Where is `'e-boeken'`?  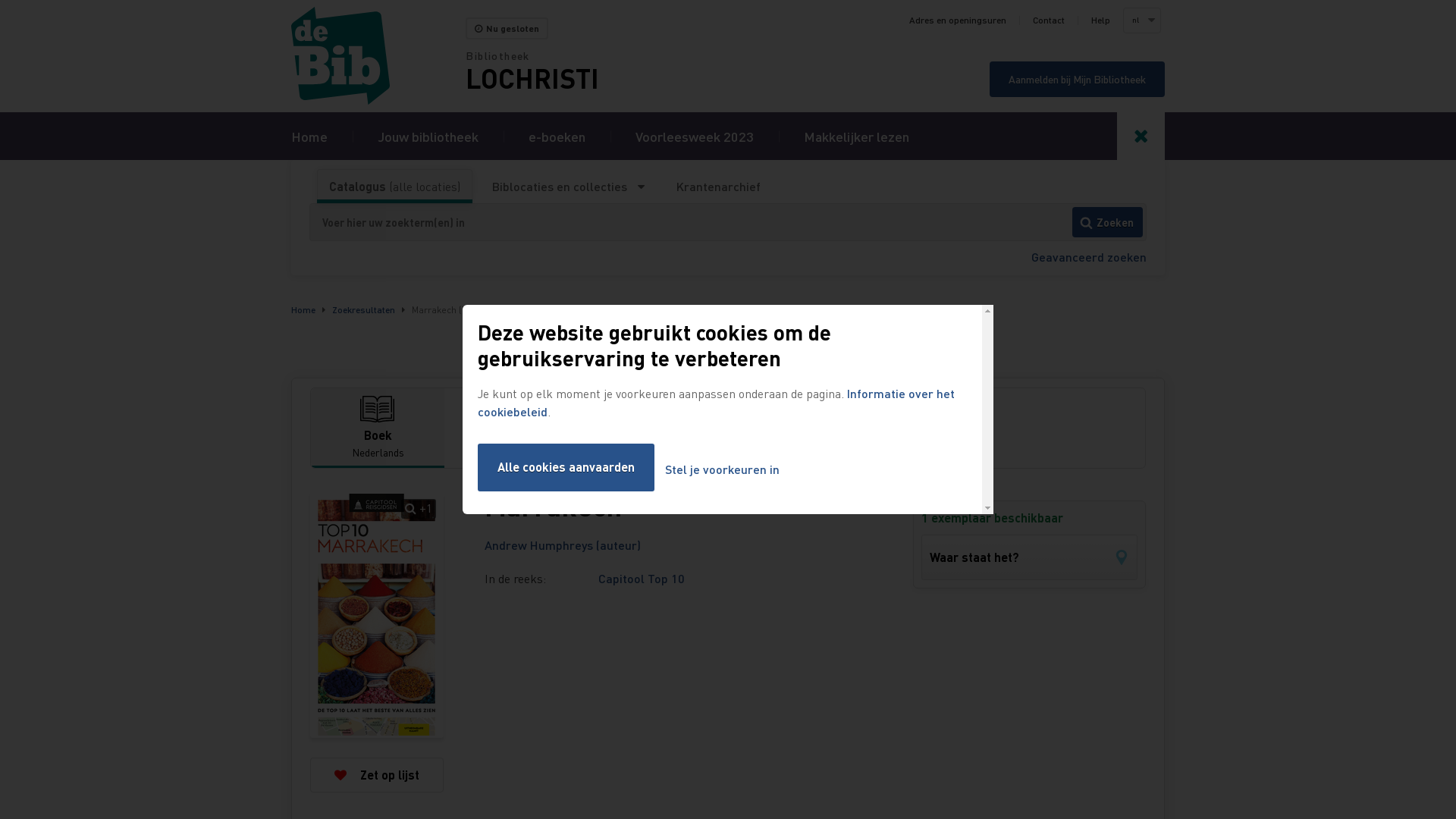
'e-boeken' is located at coordinates (556, 135).